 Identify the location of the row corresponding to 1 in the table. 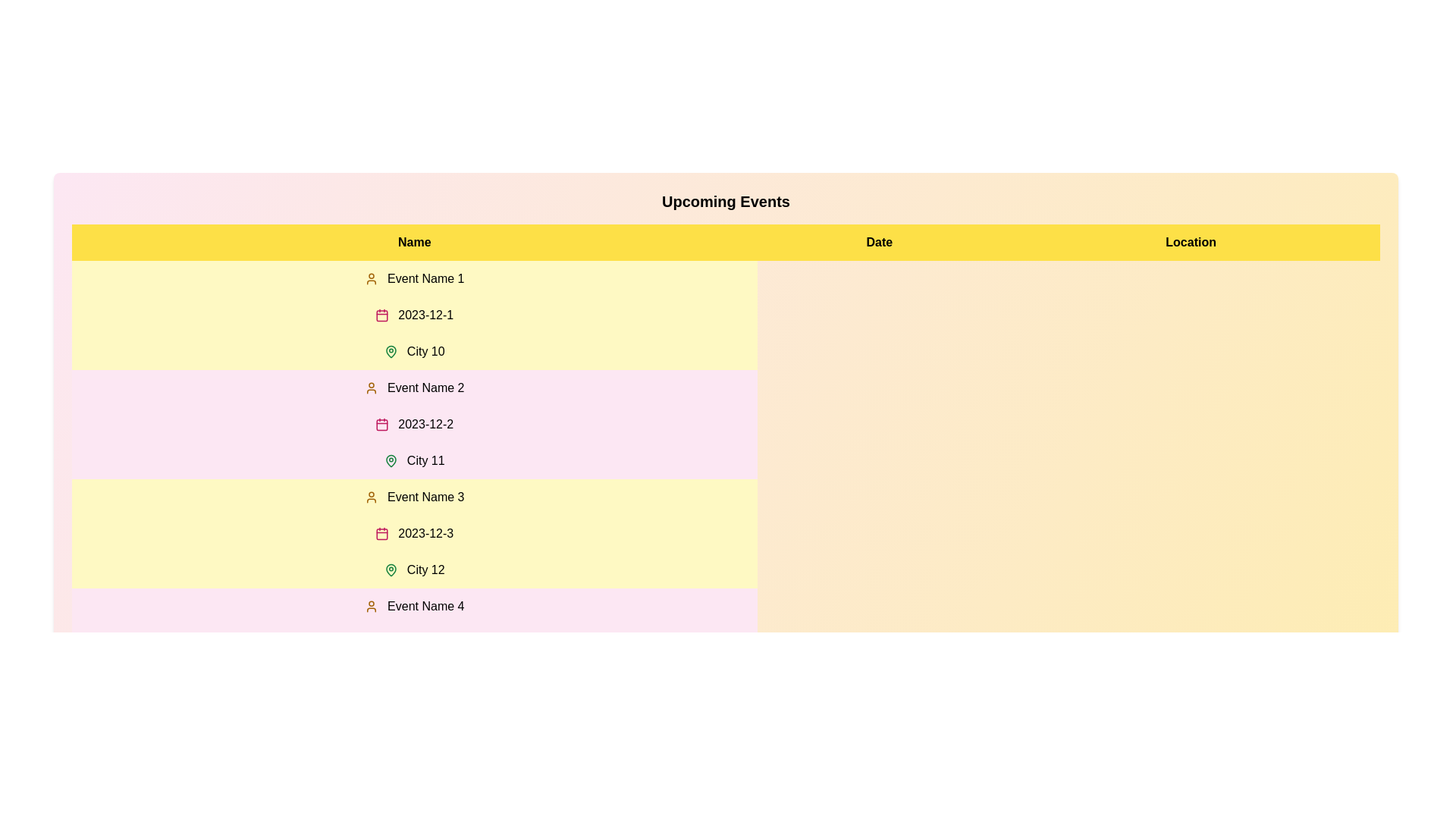
(414, 315).